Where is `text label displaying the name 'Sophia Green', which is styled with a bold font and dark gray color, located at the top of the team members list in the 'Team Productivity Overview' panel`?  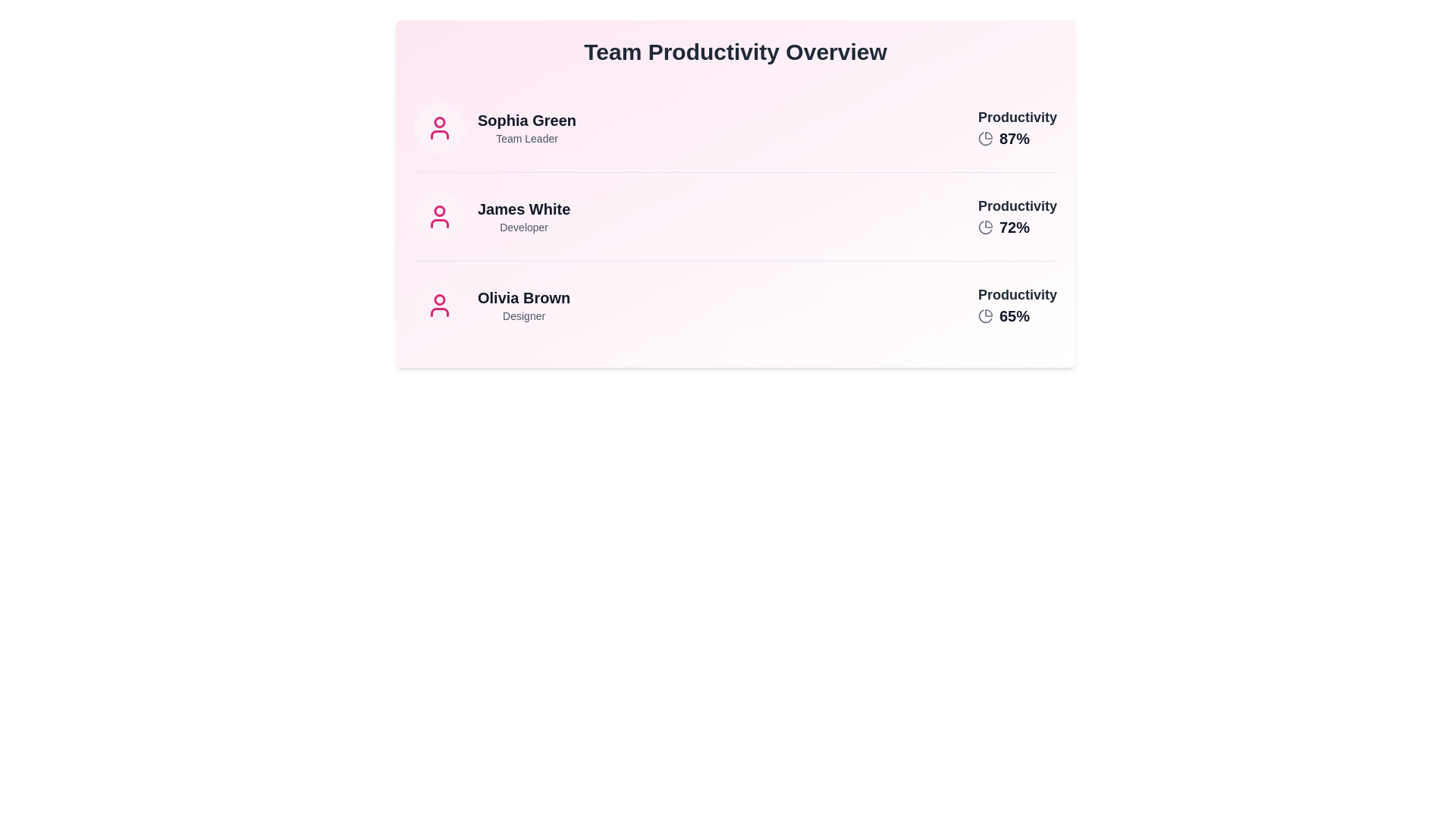 text label displaying the name 'Sophia Green', which is styled with a bold font and dark gray color, located at the top of the team members list in the 'Team Productivity Overview' panel is located at coordinates (527, 119).